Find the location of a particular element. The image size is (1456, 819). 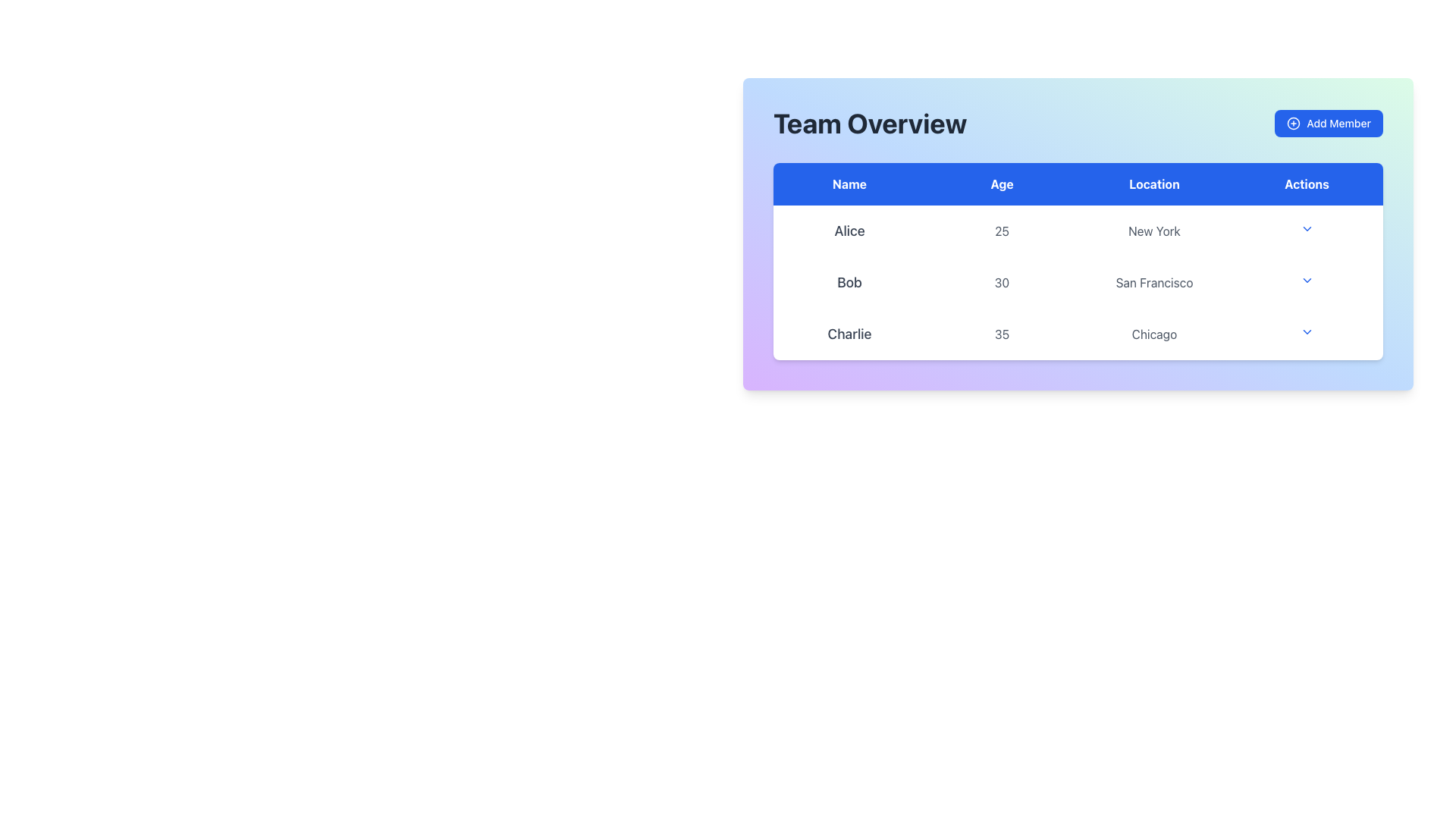

the static text label 'Bob' in the second row of the table under the 'Name' column is located at coordinates (849, 283).